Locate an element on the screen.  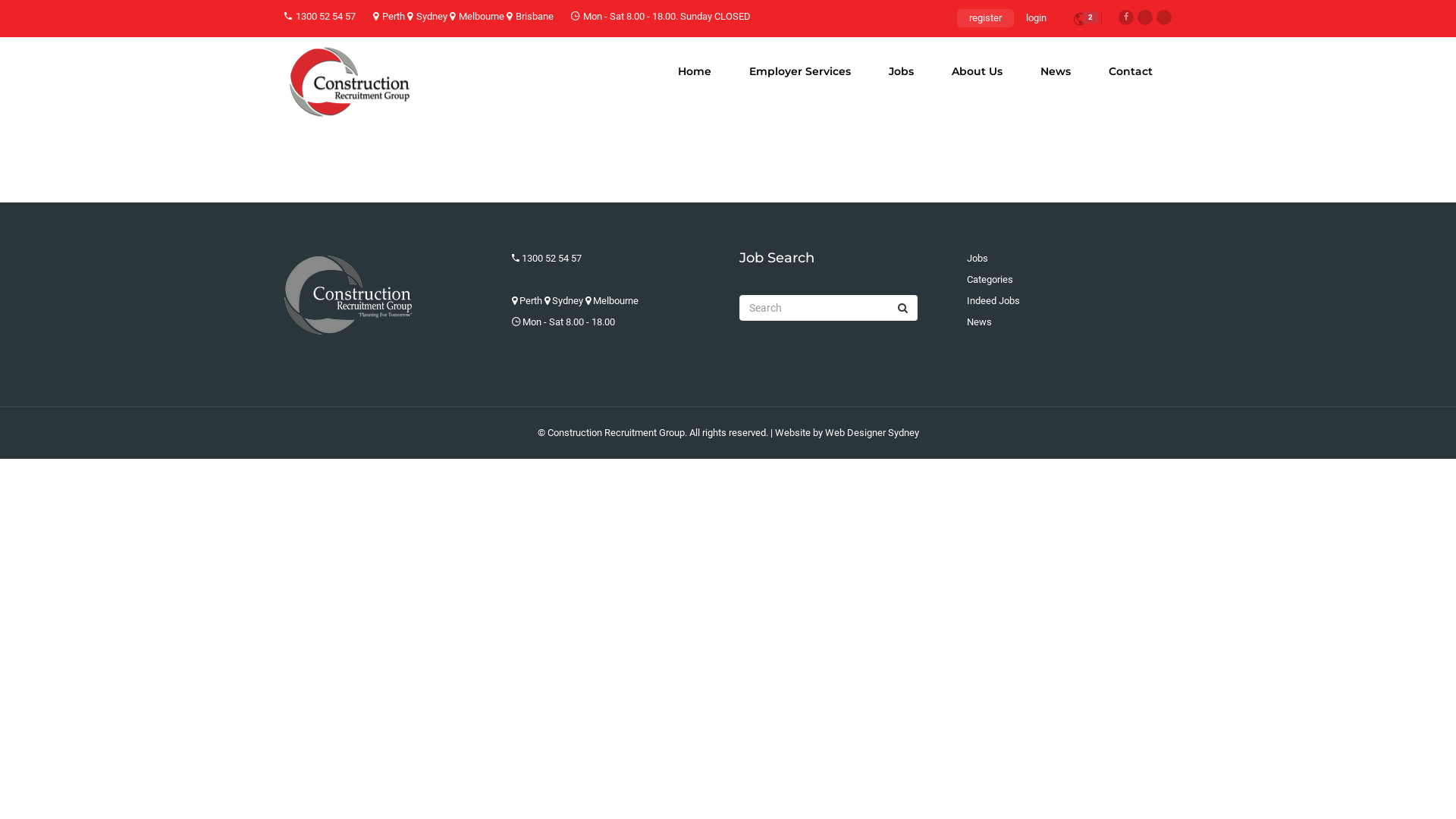
'Twitter' is located at coordinates (1145, 17).